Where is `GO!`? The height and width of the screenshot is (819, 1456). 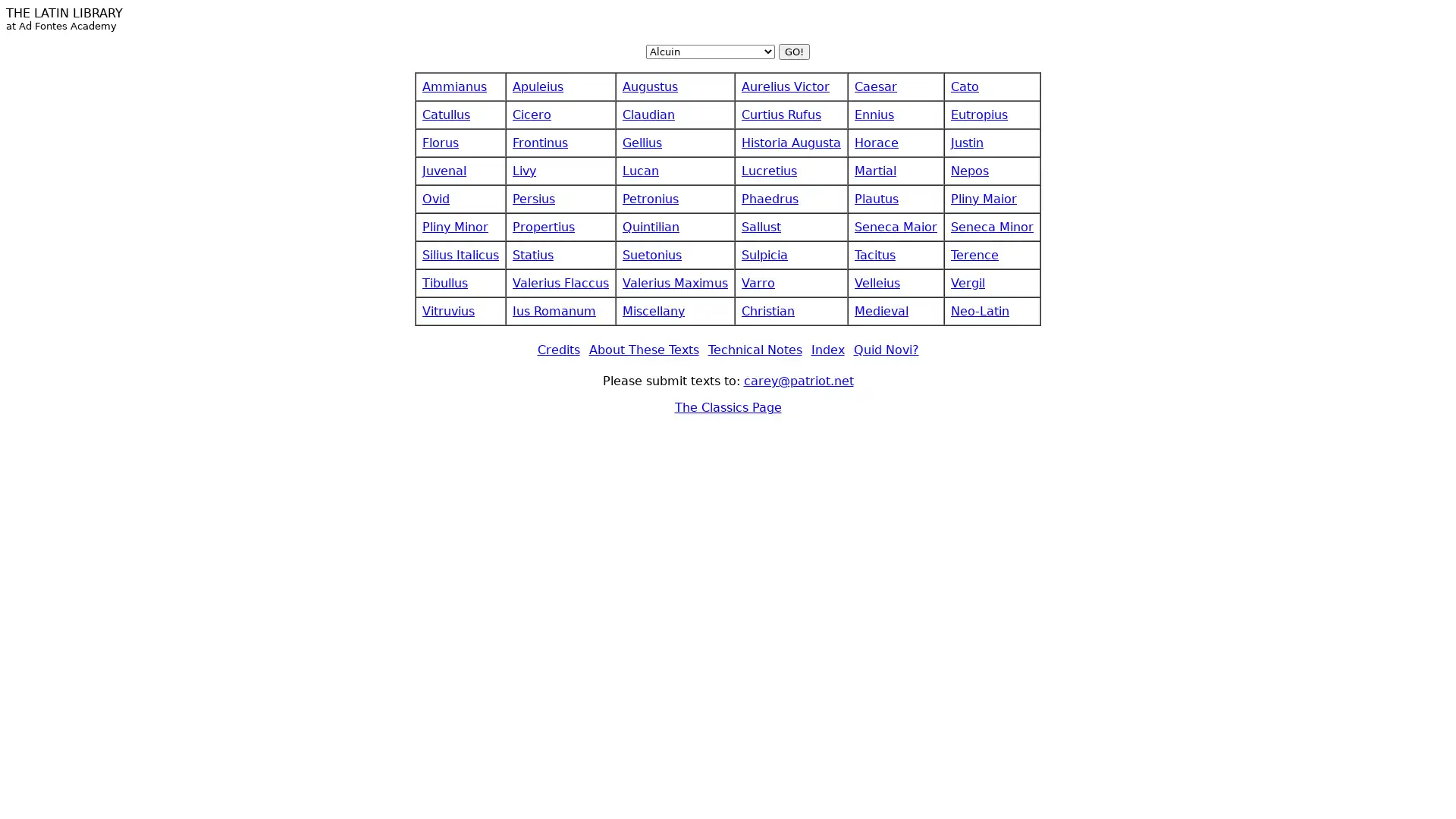
GO! is located at coordinates (793, 51).